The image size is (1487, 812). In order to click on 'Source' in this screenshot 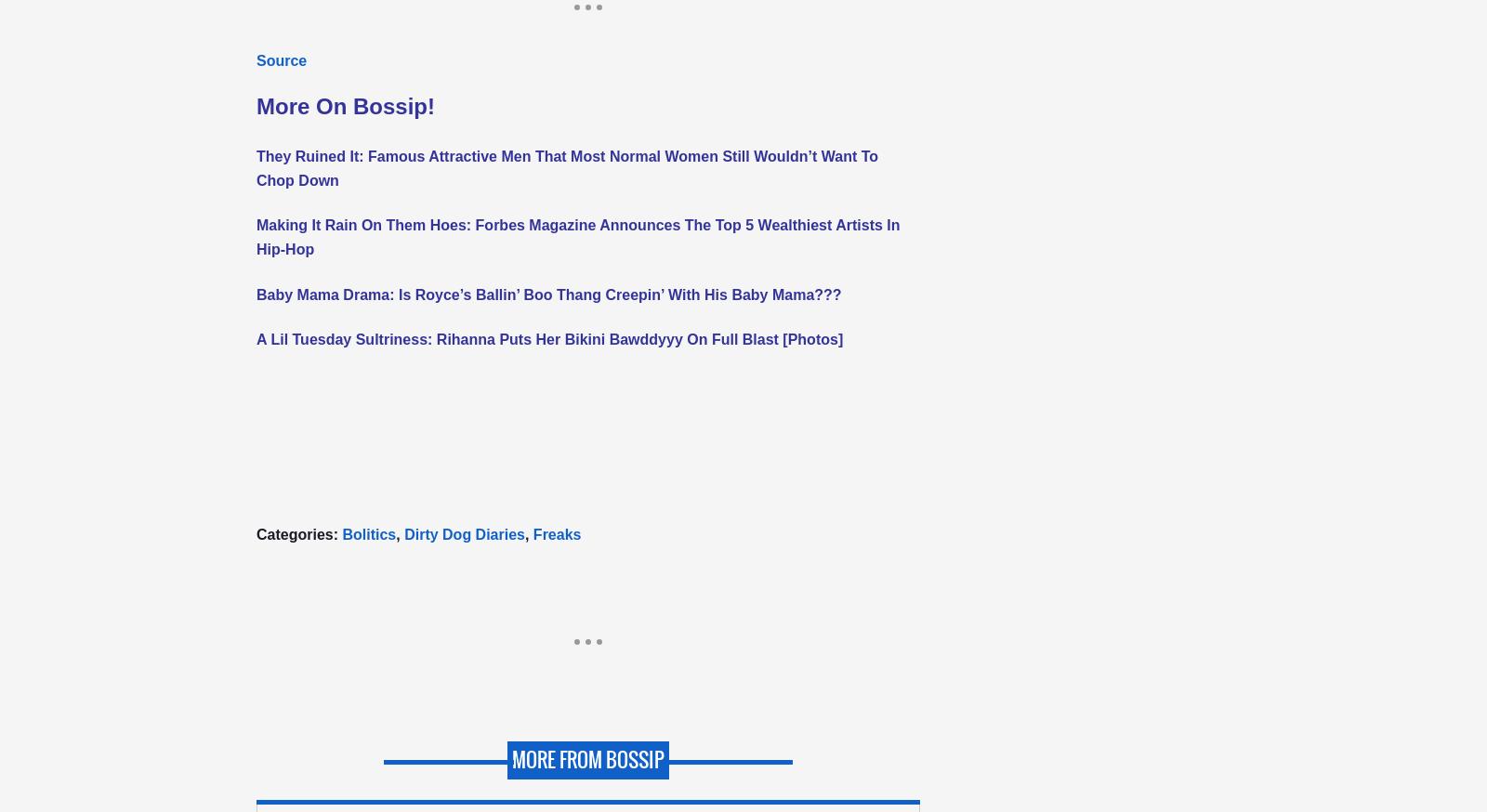, I will do `click(257, 59)`.